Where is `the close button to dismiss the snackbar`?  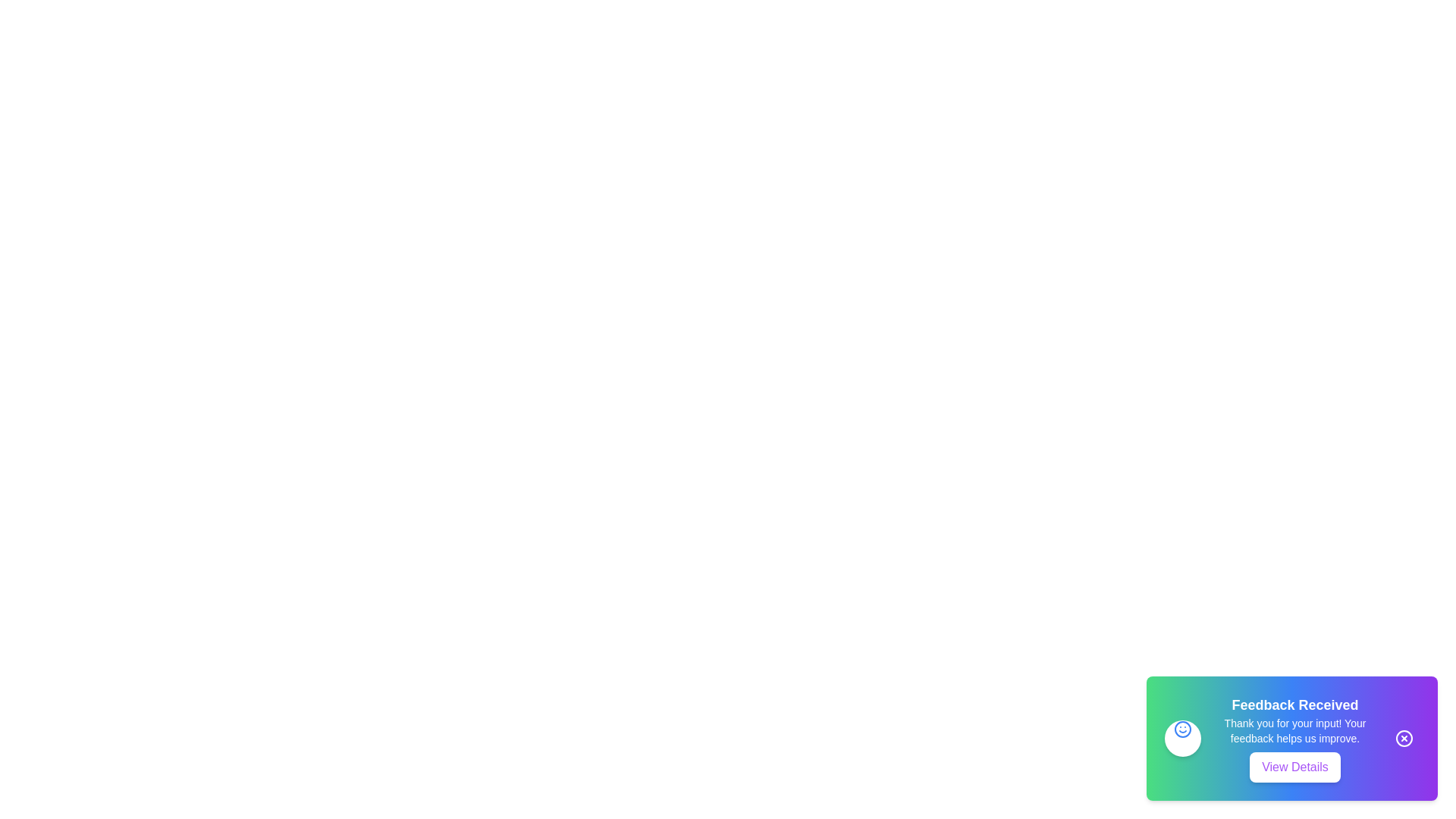 the close button to dismiss the snackbar is located at coordinates (1404, 738).